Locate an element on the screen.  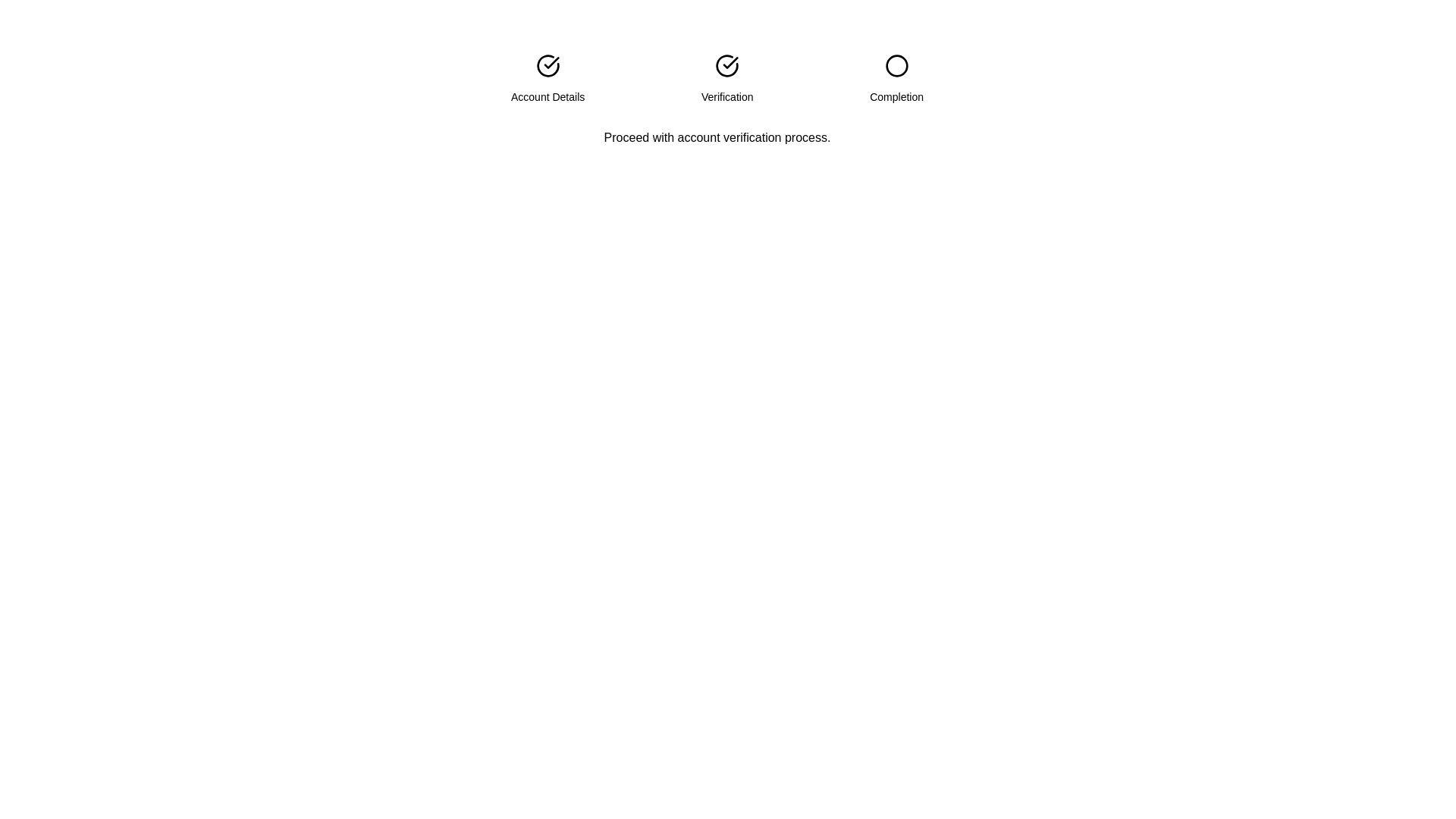
the current progress status in the Progress Indicator Component that visually represents the stages of a multi-step process, specifically highlighting the Verification stage is located at coordinates (716, 79).